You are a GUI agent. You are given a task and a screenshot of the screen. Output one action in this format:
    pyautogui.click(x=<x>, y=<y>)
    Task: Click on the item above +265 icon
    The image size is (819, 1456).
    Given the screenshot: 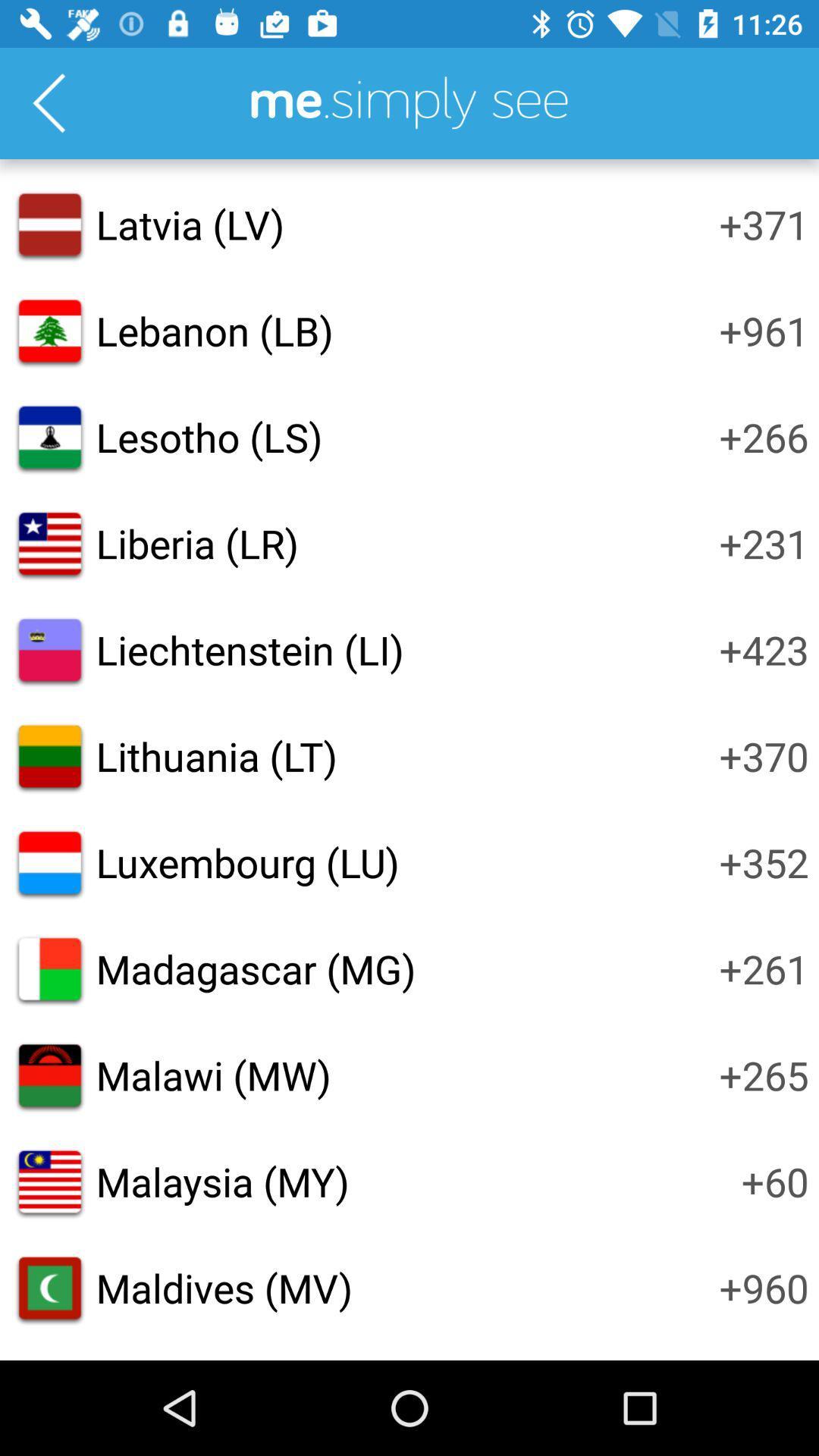 What is the action you would take?
    pyautogui.click(x=764, y=968)
    